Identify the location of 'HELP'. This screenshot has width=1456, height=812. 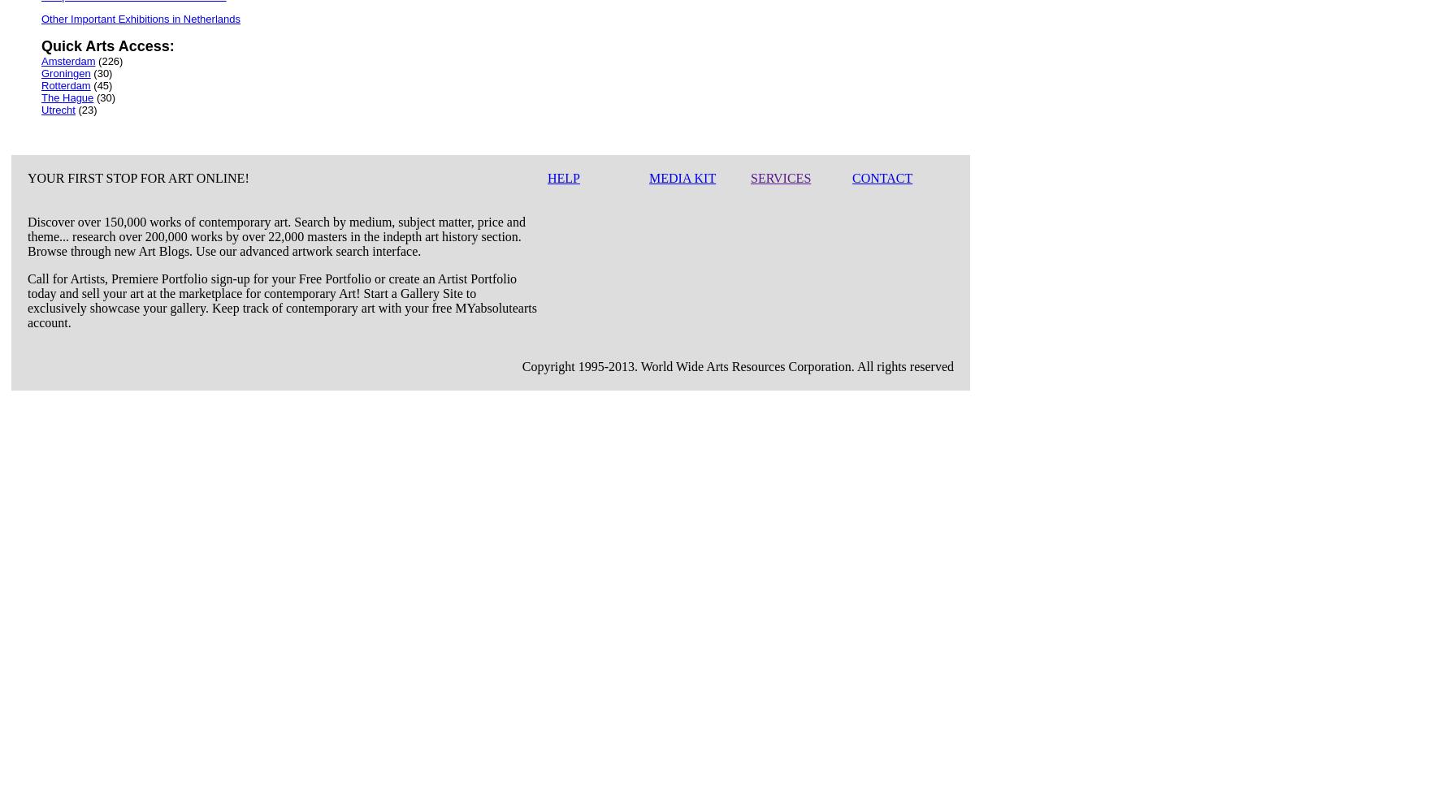
(564, 177).